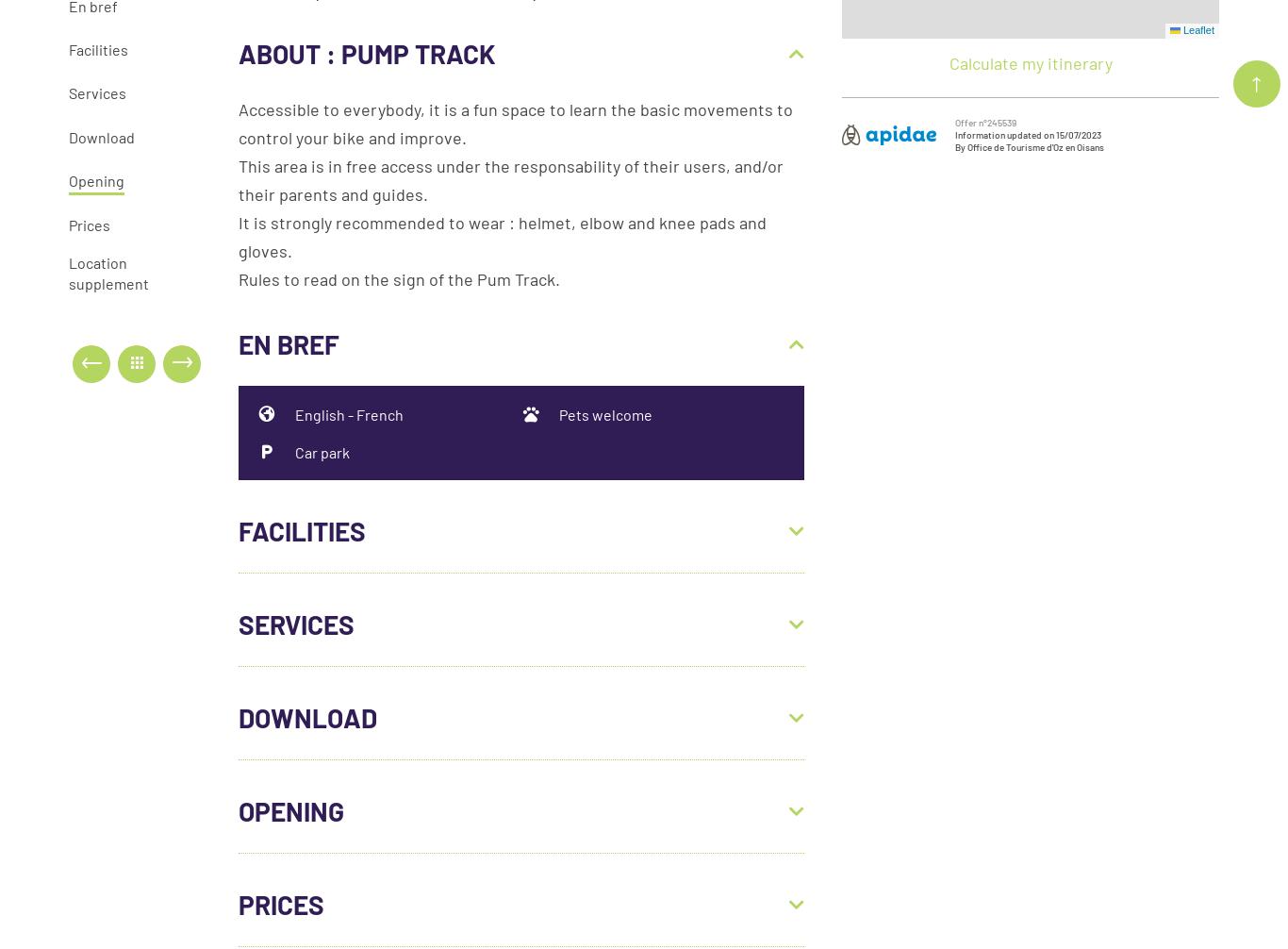 This screenshot has width=1288, height=949. I want to click on 'This area is in free access under the responsability of their users, and/or their parents and guides.', so click(511, 180).